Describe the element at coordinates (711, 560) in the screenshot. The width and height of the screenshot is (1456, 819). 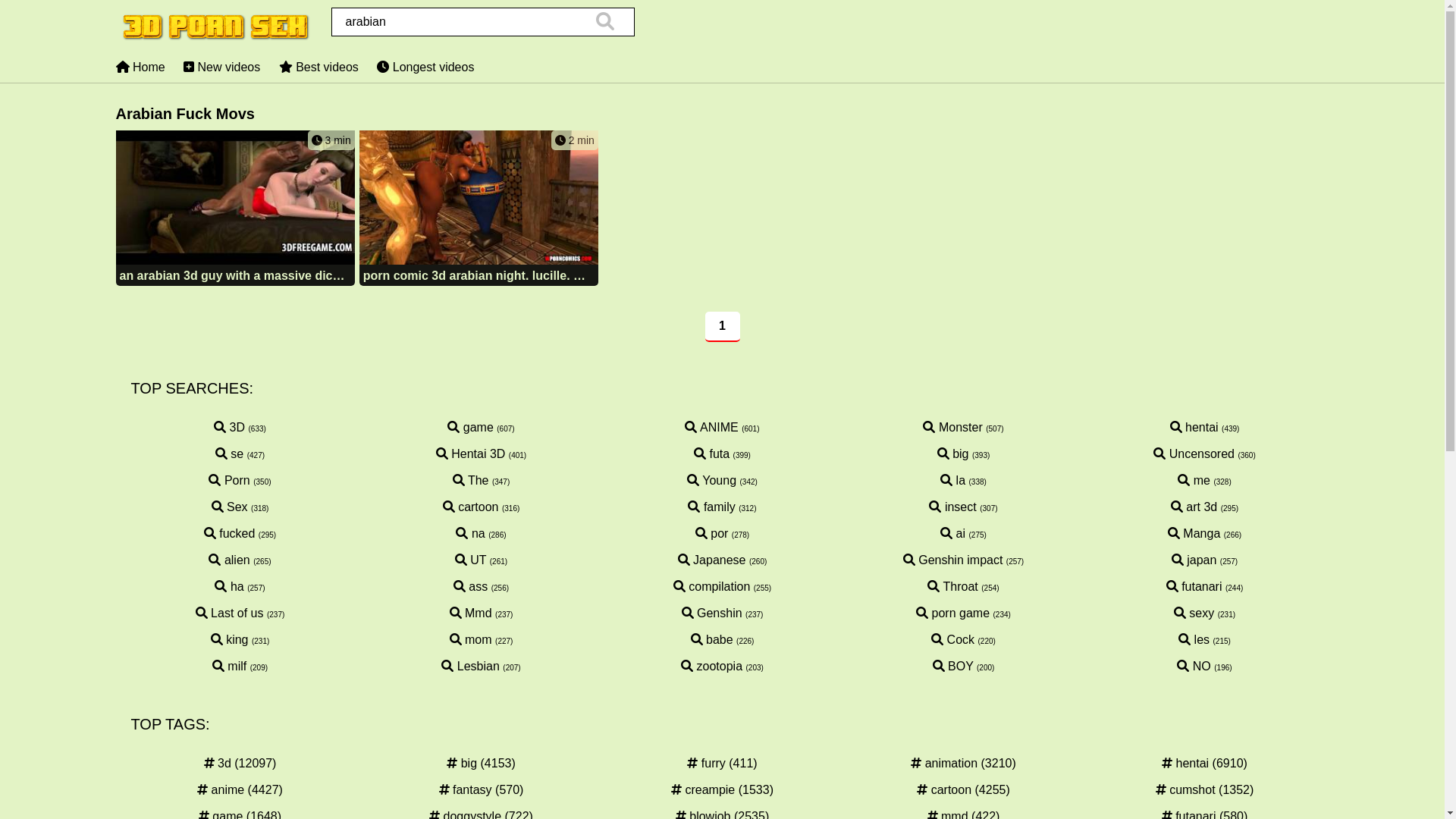
I see `'Japanese'` at that location.